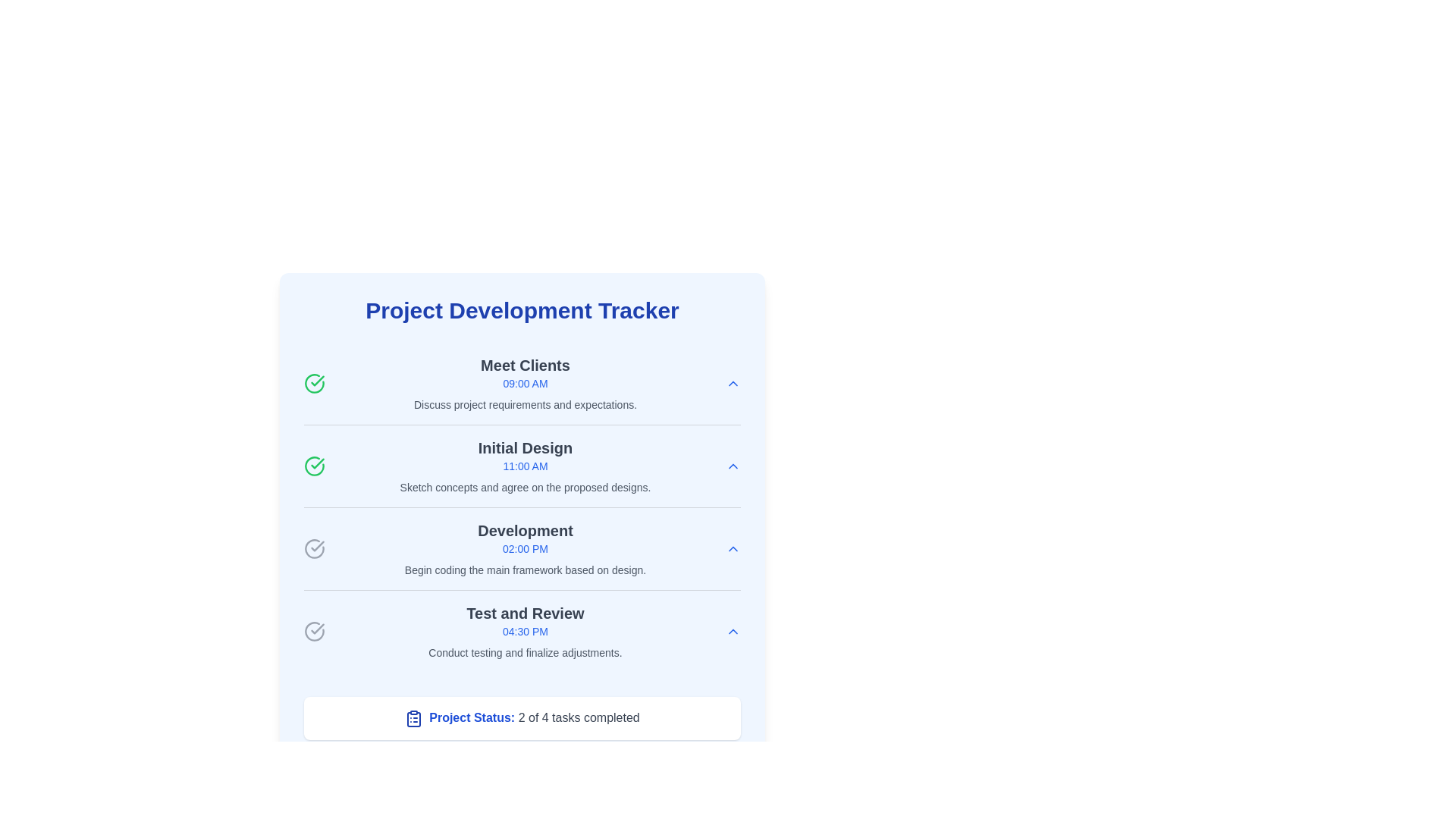  I want to click on the small upward-pointing blue chevron icon located at the far right of the 'Meet Clients' section, so click(733, 382).